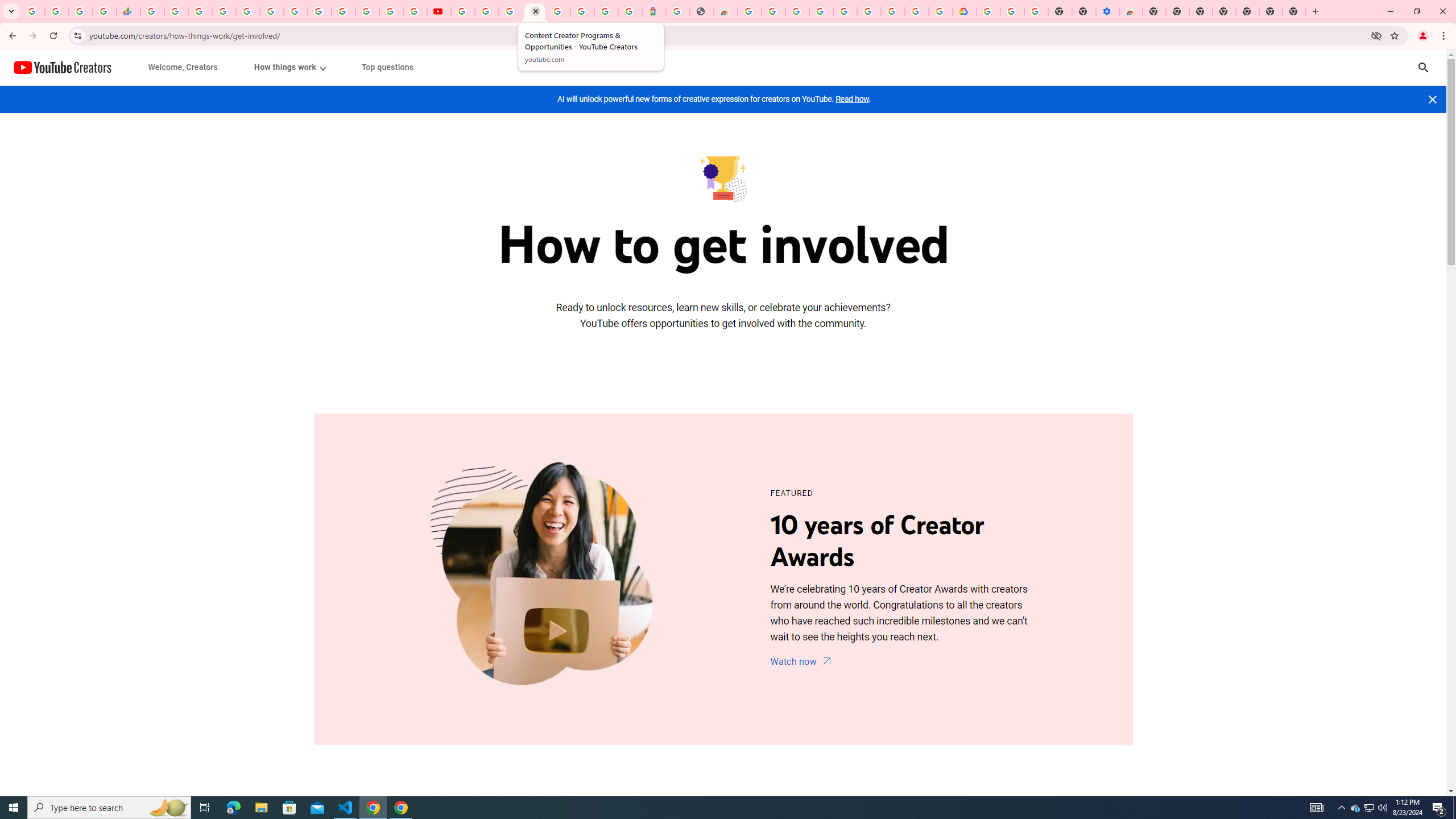 This screenshot has height=819, width=1456. I want to click on 'Ad Settings', so click(797, 11).